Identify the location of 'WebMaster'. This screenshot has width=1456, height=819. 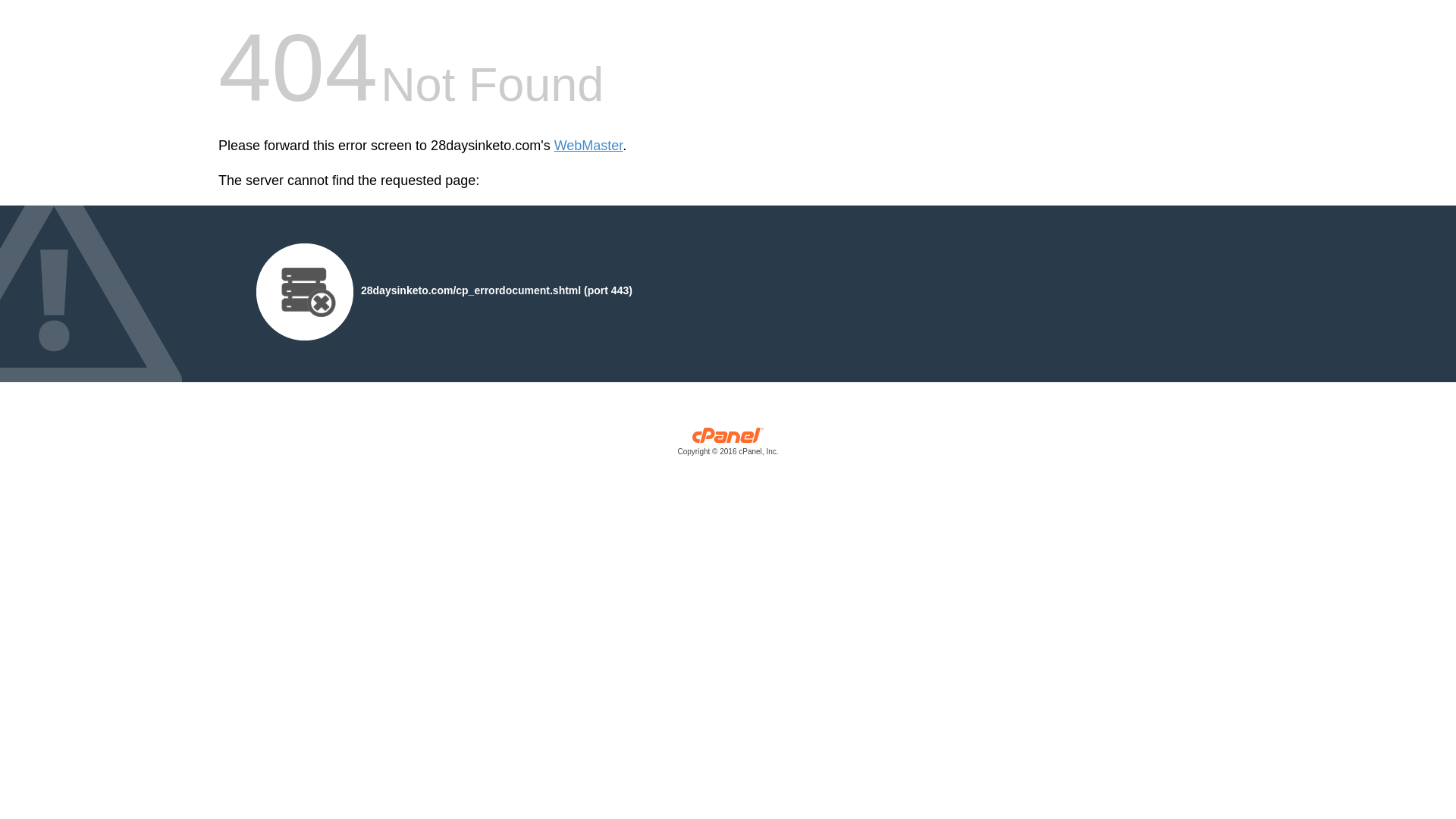
(553, 146).